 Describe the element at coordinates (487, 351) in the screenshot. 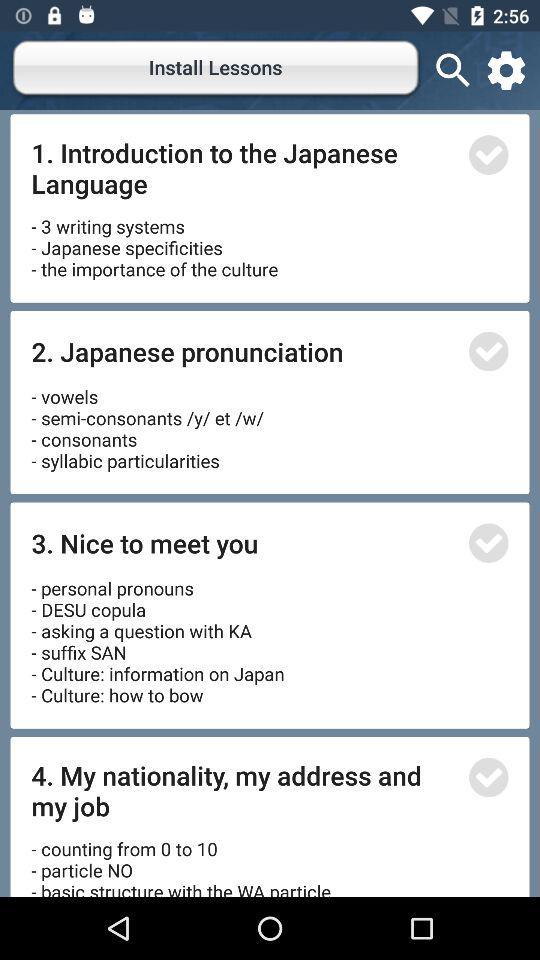

I see `lessons` at that location.